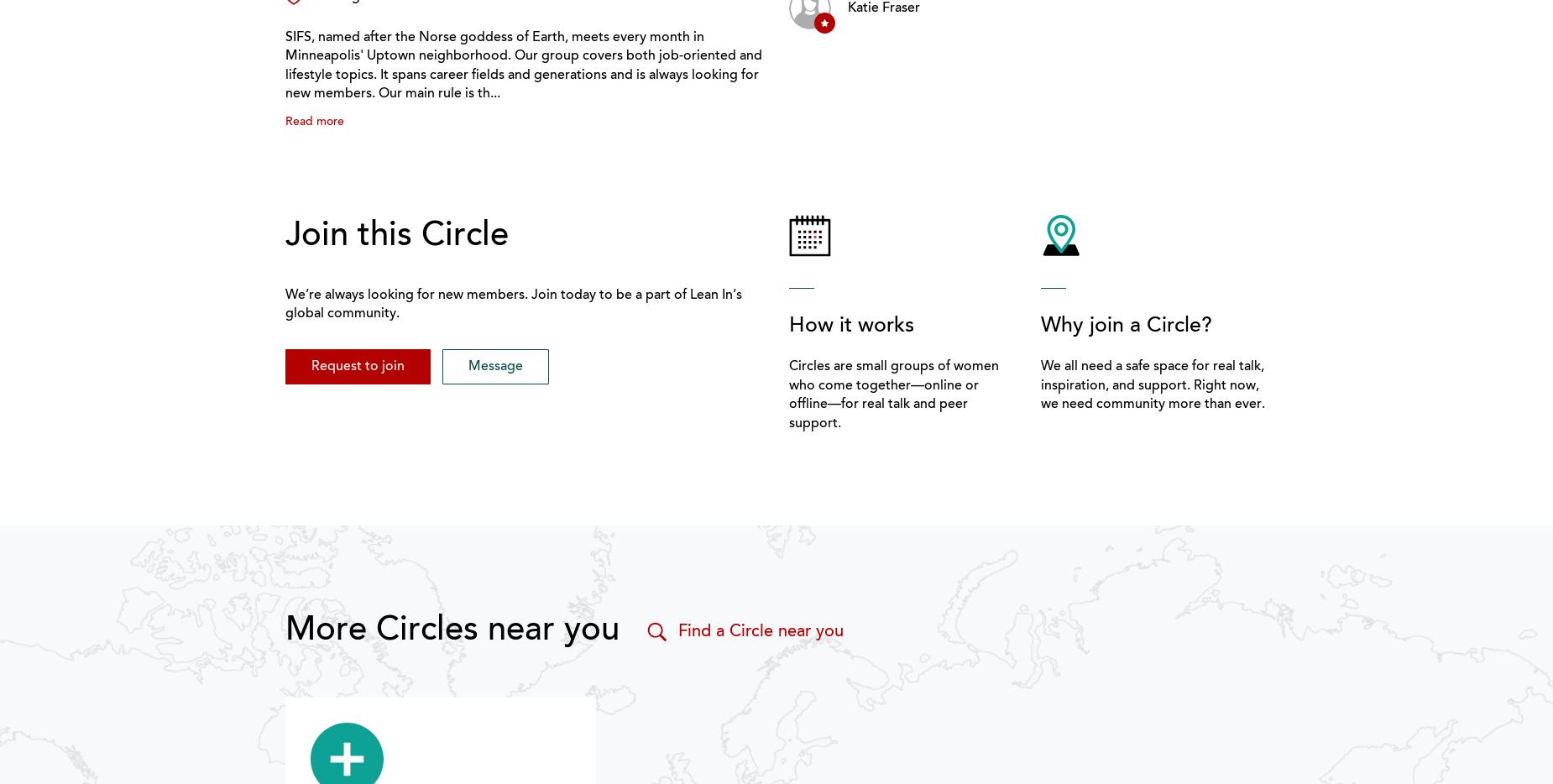 This screenshot has height=784, width=1553. What do you see at coordinates (524, 65) in the screenshot?
I see `'SIFS, named after the Norse goddess of Earth, meets every month in Minneapolis' Uptown neighborhood. Our group covers both job-oriented and lifestyle topics. It spans career fields and generations and is always looking for new members. Our main rule is th...'` at bounding box center [524, 65].